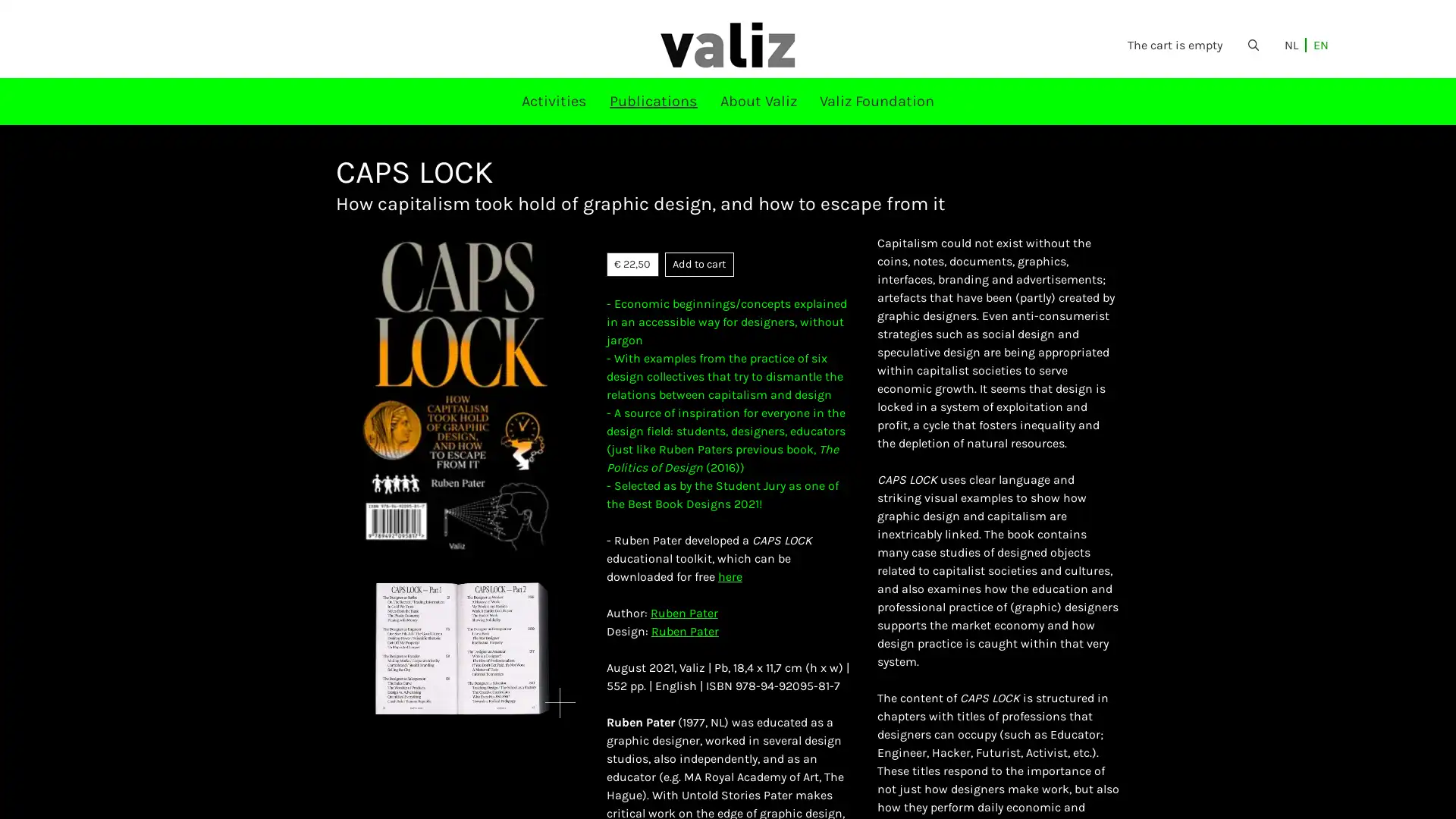 The width and height of the screenshot is (1456, 819). What do you see at coordinates (1253, 43) in the screenshot?
I see `Open the search form` at bounding box center [1253, 43].